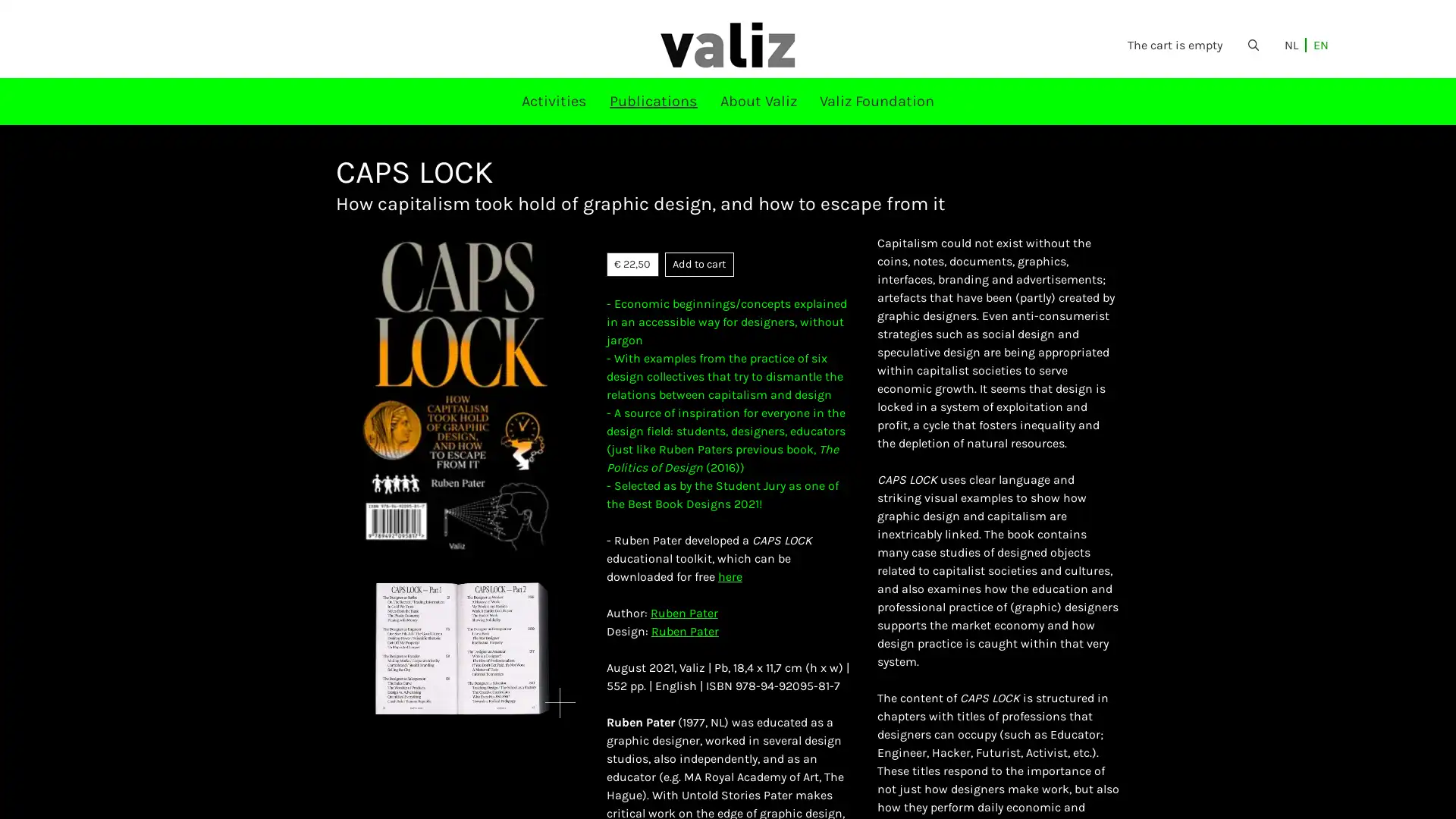 The width and height of the screenshot is (1456, 819). What do you see at coordinates (1253, 43) in the screenshot?
I see `Open the search form` at bounding box center [1253, 43].